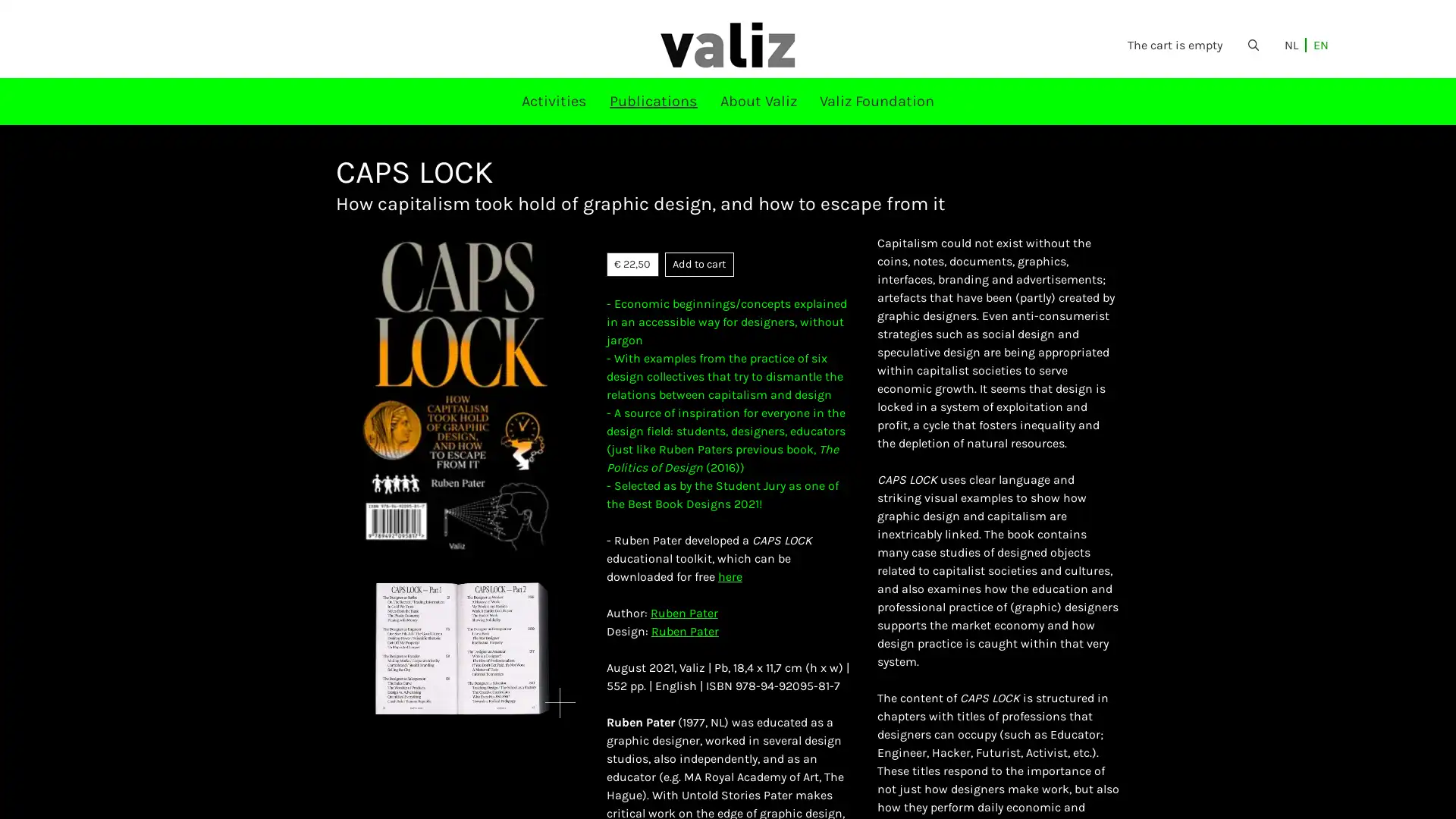 The width and height of the screenshot is (1456, 819). What do you see at coordinates (1253, 43) in the screenshot?
I see `Open the search form` at bounding box center [1253, 43].